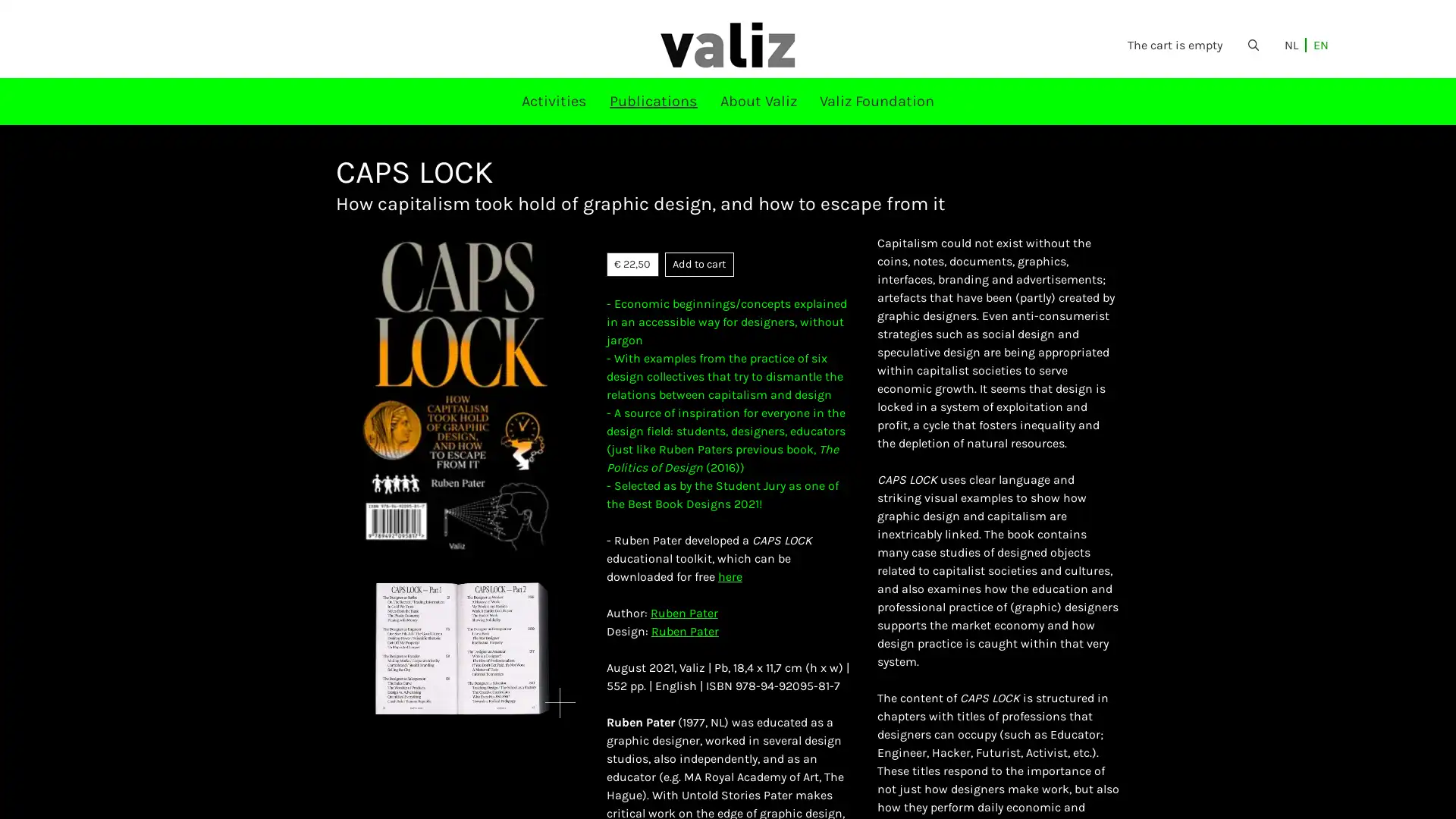 The width and height of the screenshot is (1456, 819). What do you see at coordinates (1253, 43) in the screenshot?
I see `Open the search form` at bounding box center [1253, 43].